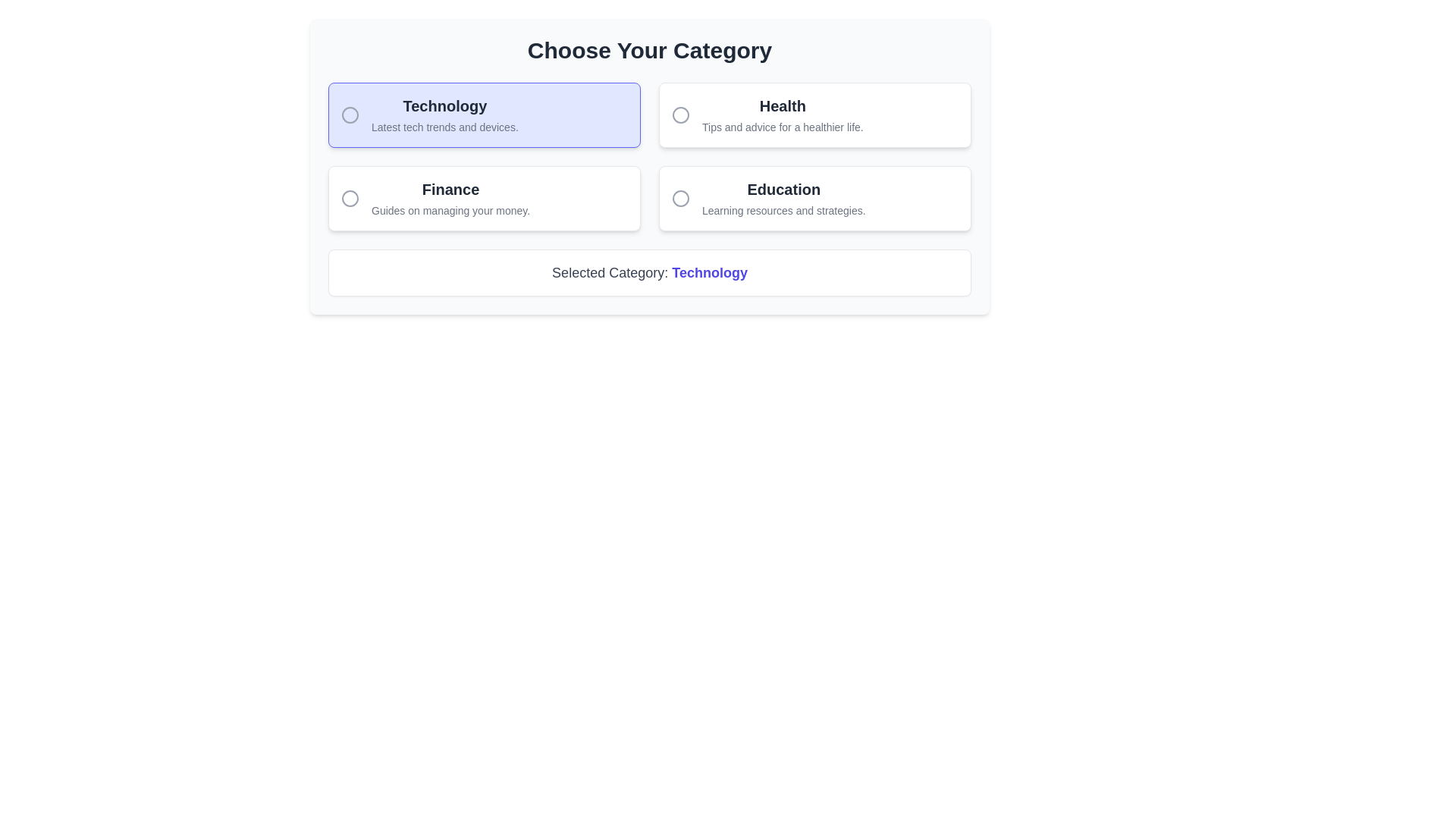 This screenshot has height=819, width=1456. I want to click on the 'Education' category text within the lower-right quadrant of the card layout, so click(783, 198).